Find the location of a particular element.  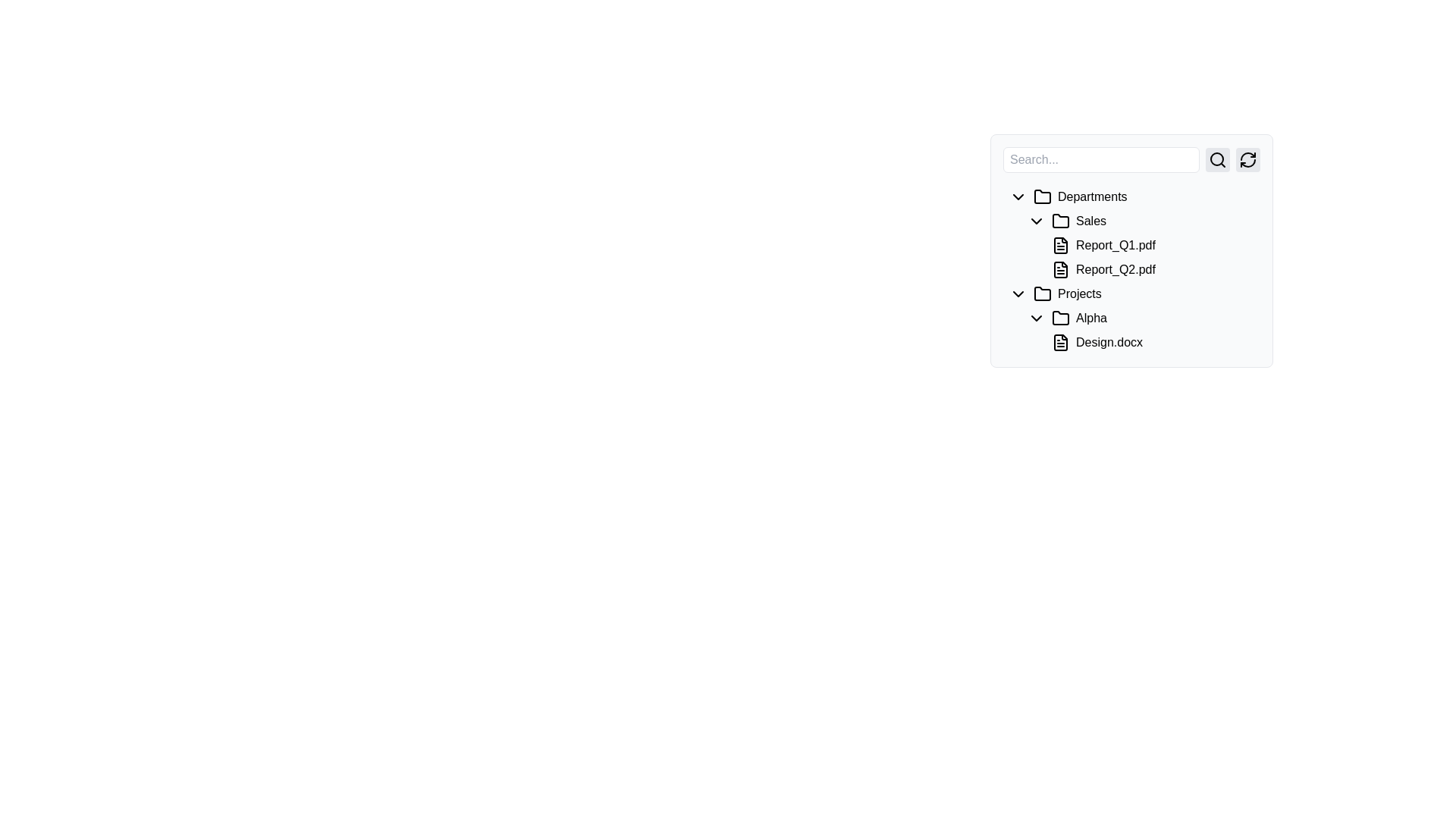

the first folder item in the 'Projects' section of the file navigation tree to interact with its contents is located at coordinates (1141, 318).